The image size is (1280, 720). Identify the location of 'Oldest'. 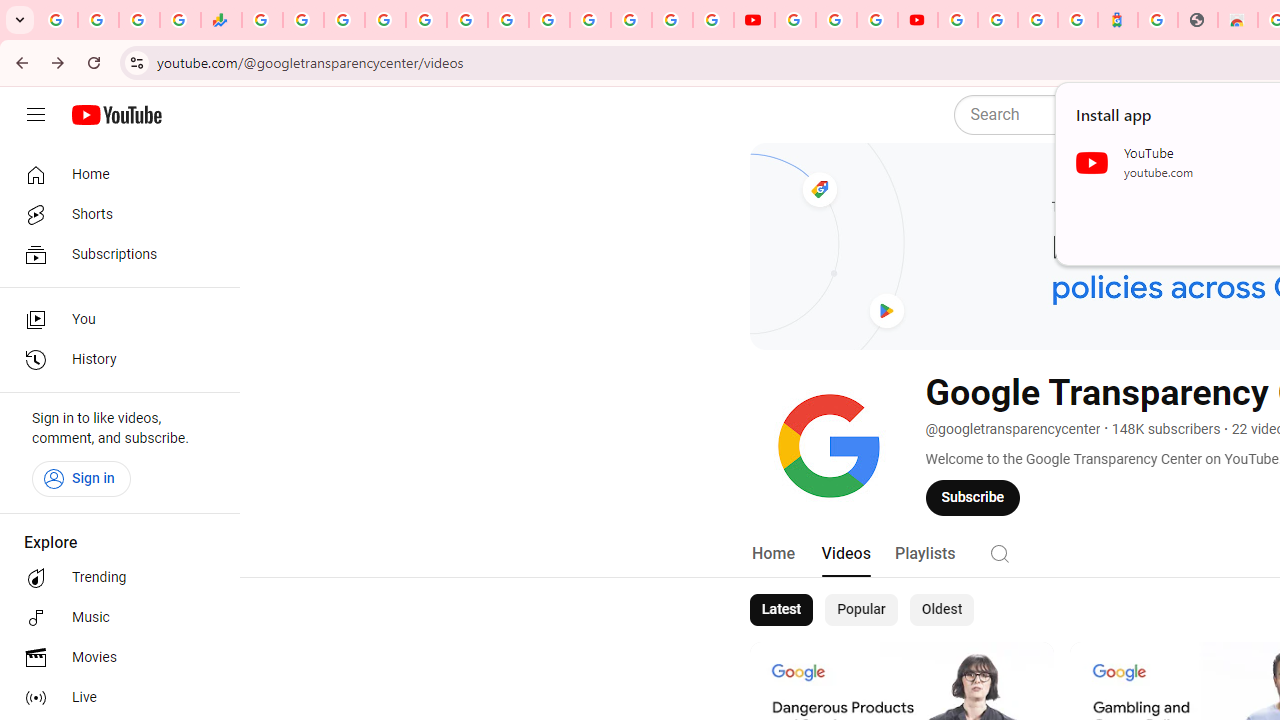
(940, 608).